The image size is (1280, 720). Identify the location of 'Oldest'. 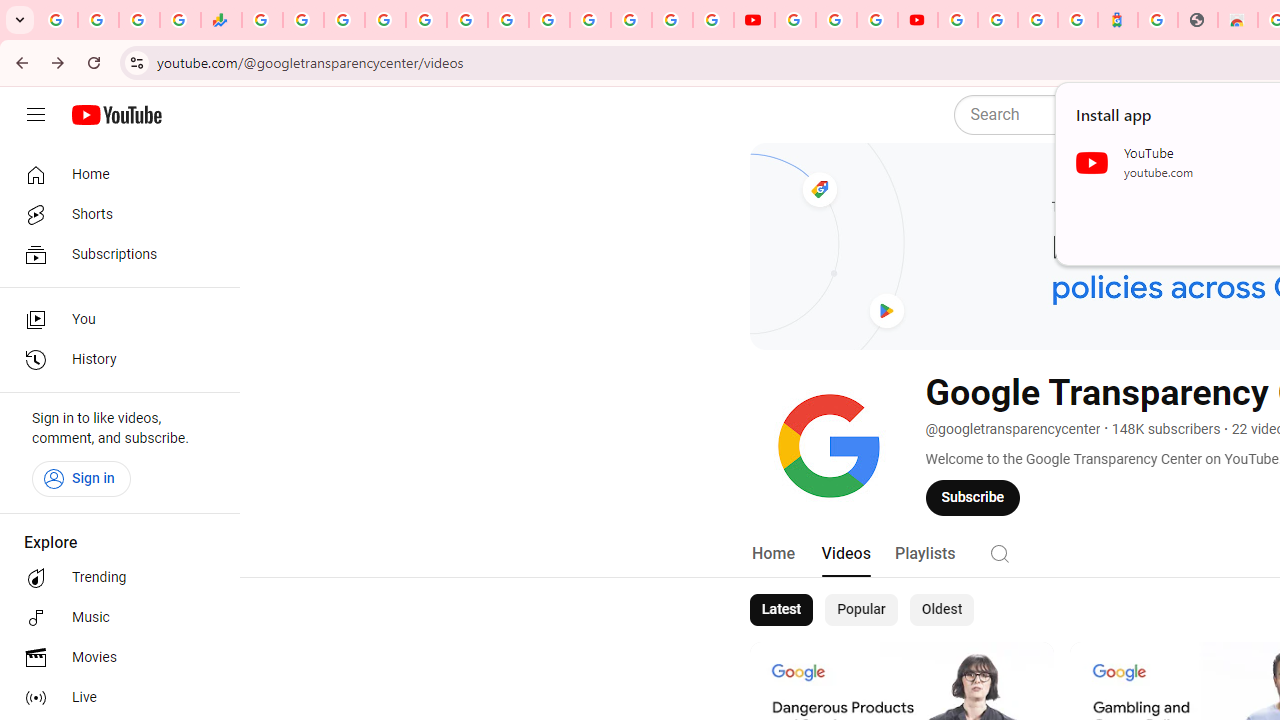
(940, 608).